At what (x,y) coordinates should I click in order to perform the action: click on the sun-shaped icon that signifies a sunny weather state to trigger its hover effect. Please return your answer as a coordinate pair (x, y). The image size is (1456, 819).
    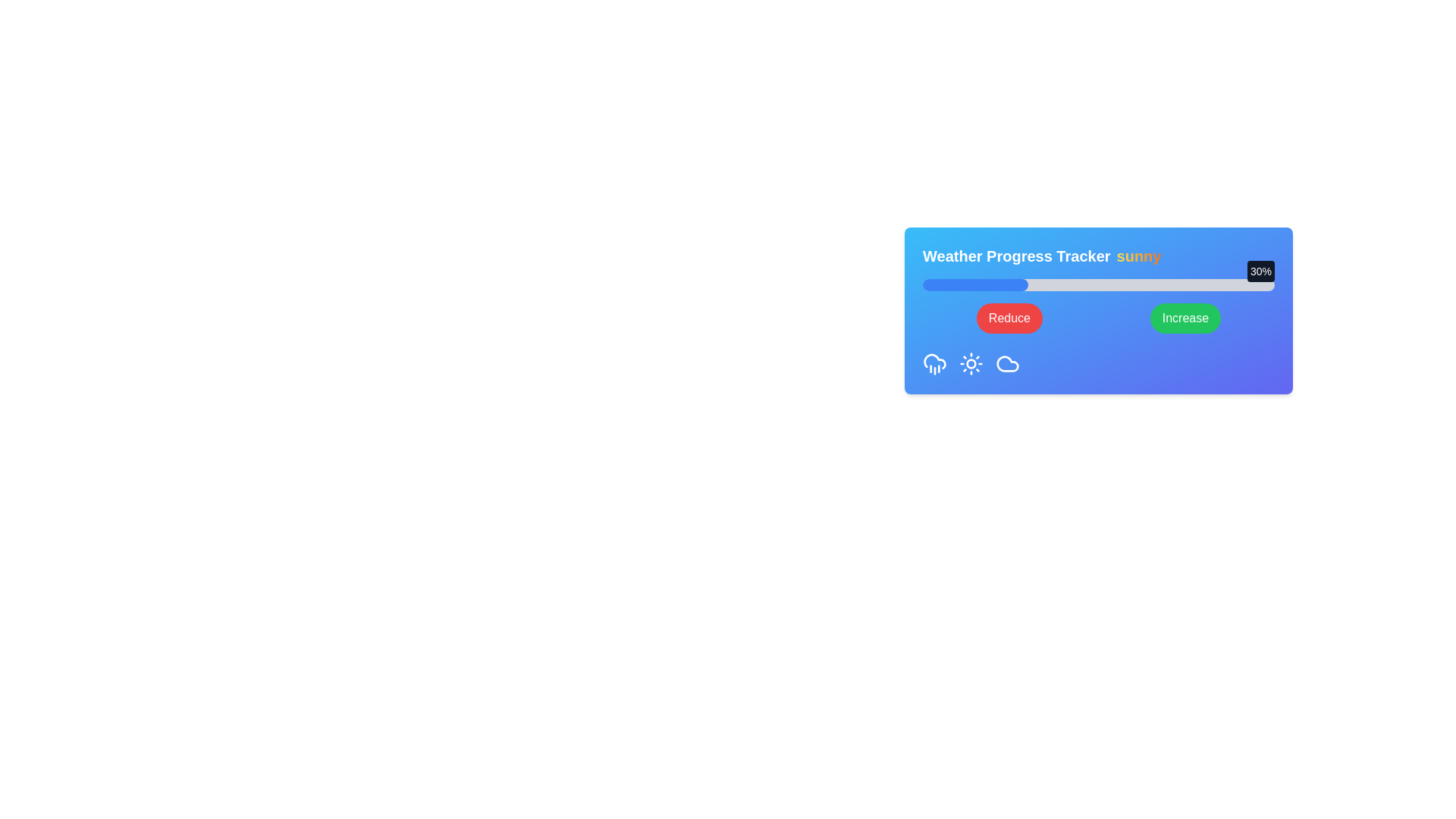
    Looking at the image, I should click on (971, 363).